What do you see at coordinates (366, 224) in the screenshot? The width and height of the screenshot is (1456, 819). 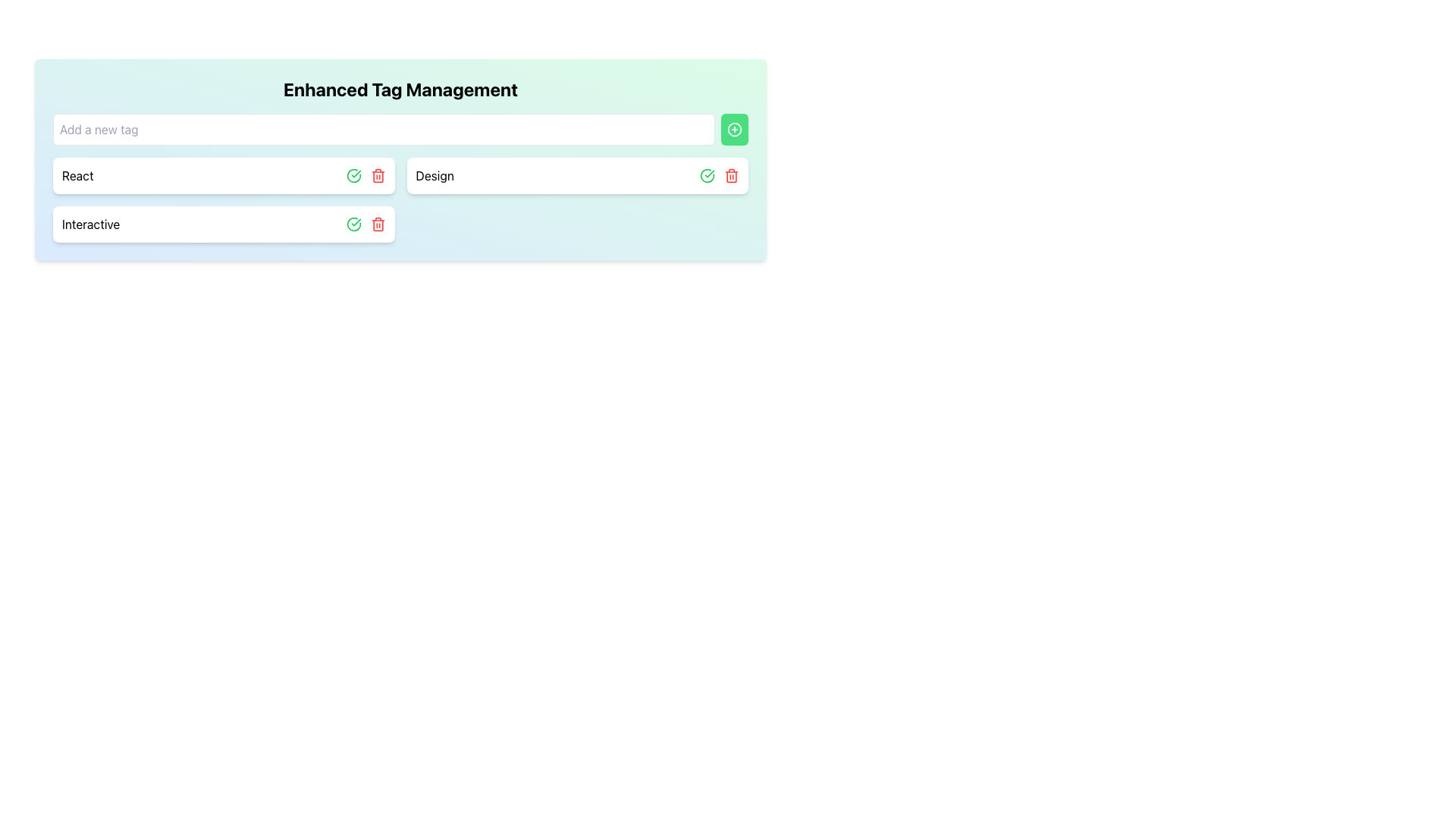 I see `the right red trash can icon in the Icon Group for deletion actions` at bounding box center [366, 224].